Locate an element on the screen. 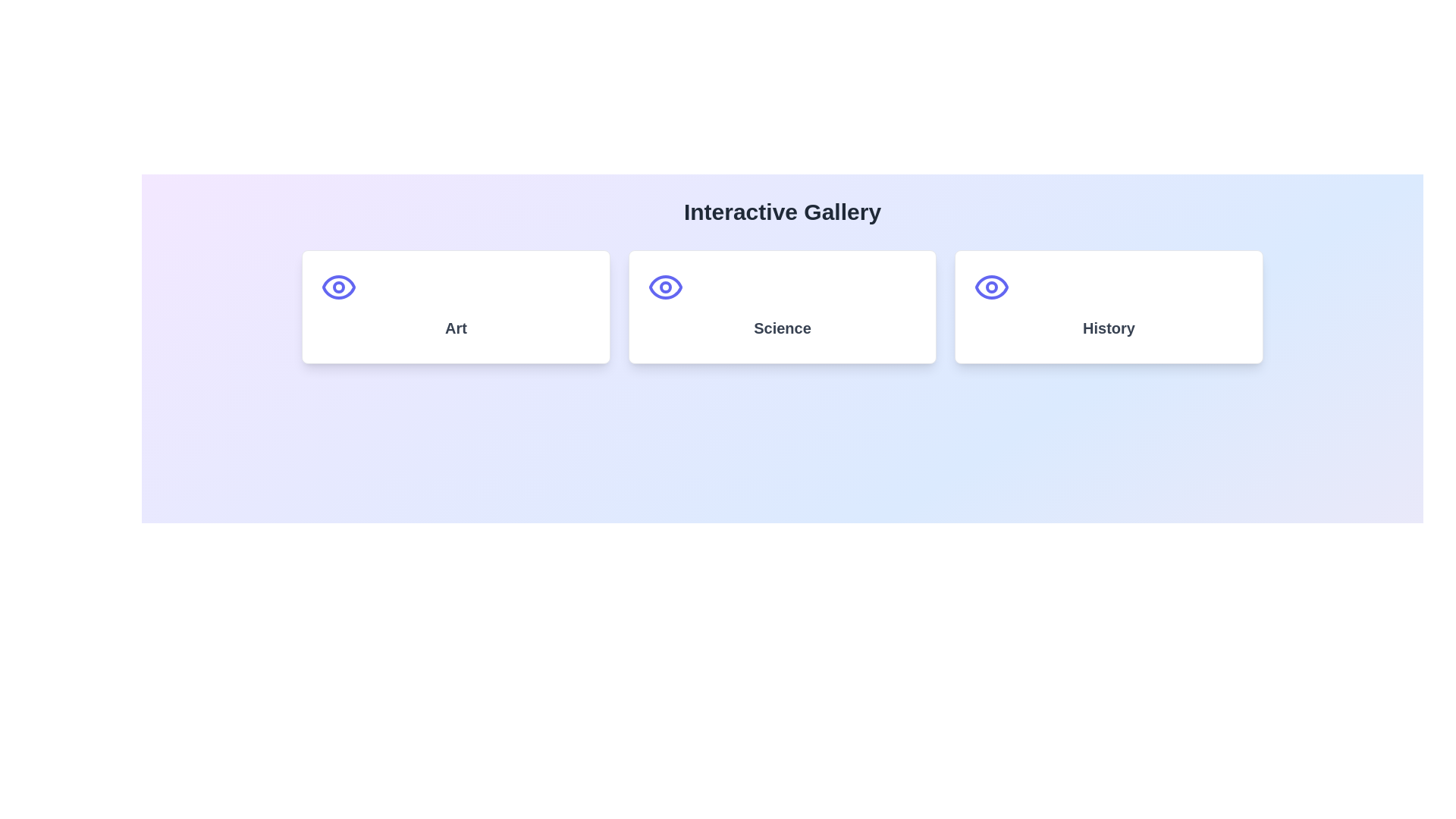 Image resolution: width=1456 pixels, height=819 pixels. the 'History' thematic card located in the last column of a 3-column grid layout is located at coordinates (1109, 307).